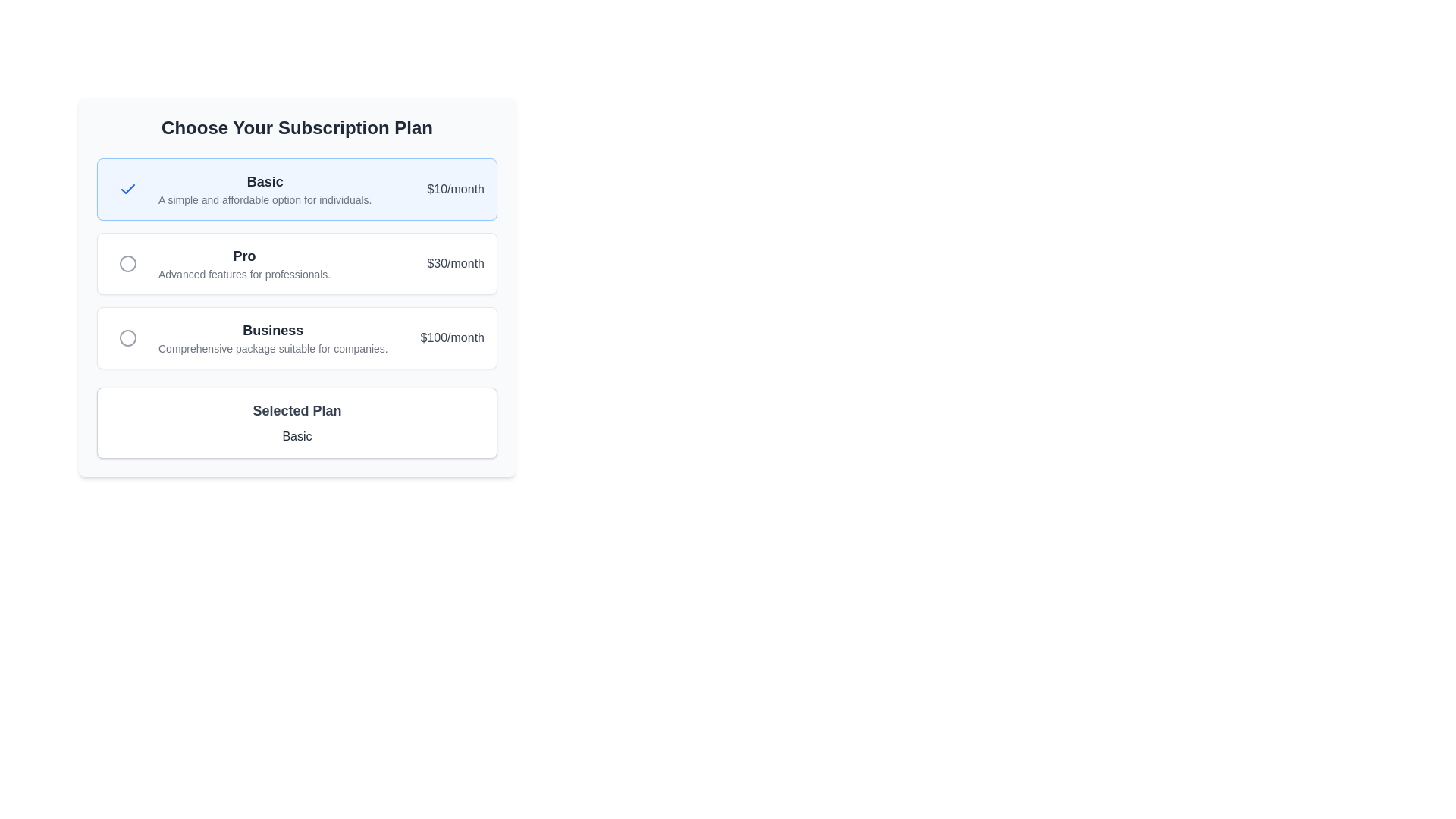  Describe the element at coordinates (244, 275) in the screenshot. I see `the descriptive text of the 'Pro' subscription plan located below the 'Pro' header` at that location.